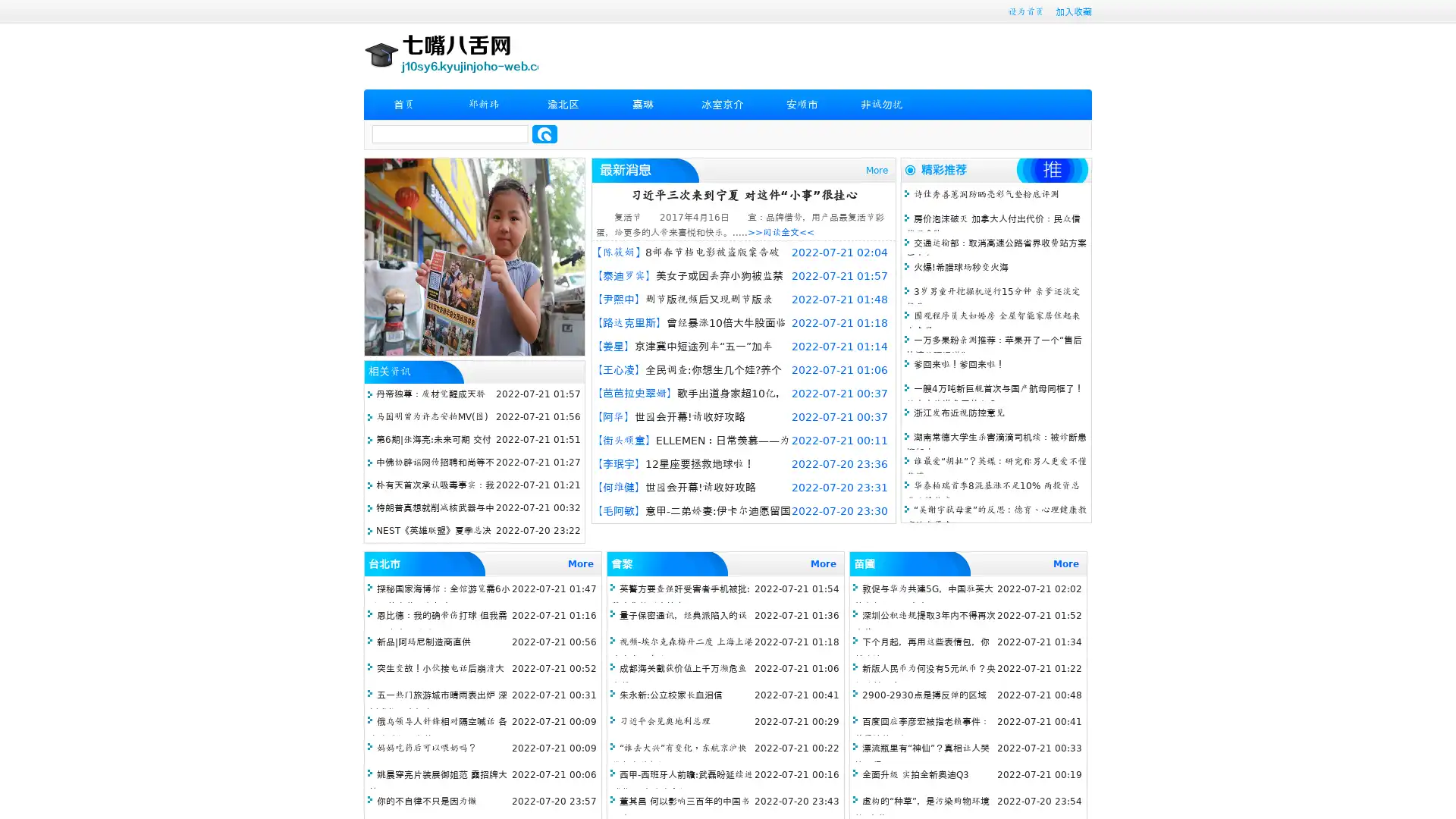 This screenshot has width=1456, height=819. I want to click on Search, so click(544, 133).